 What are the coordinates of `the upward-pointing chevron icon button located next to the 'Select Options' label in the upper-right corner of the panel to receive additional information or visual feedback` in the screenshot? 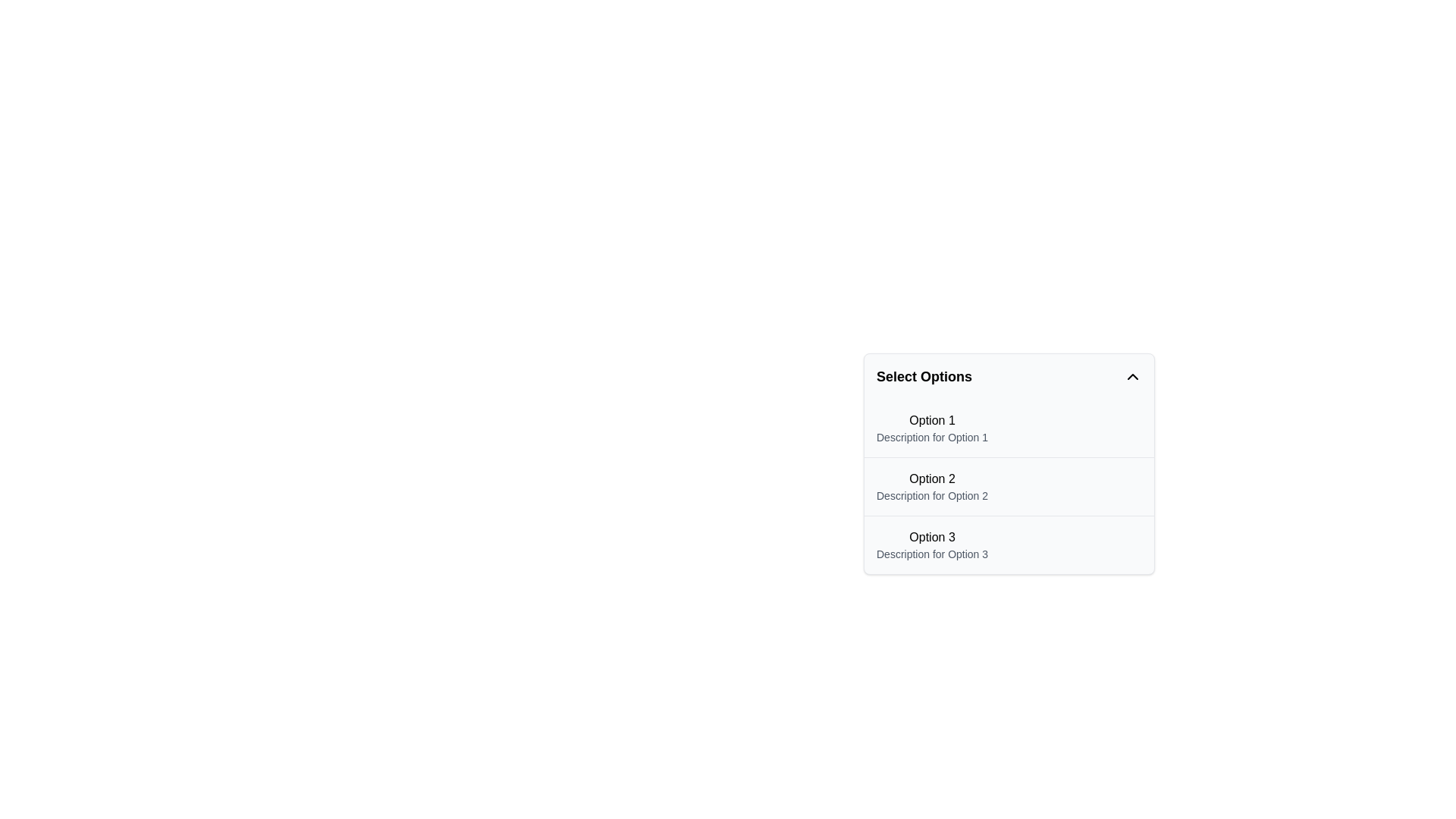 It's located at (1132, 376).